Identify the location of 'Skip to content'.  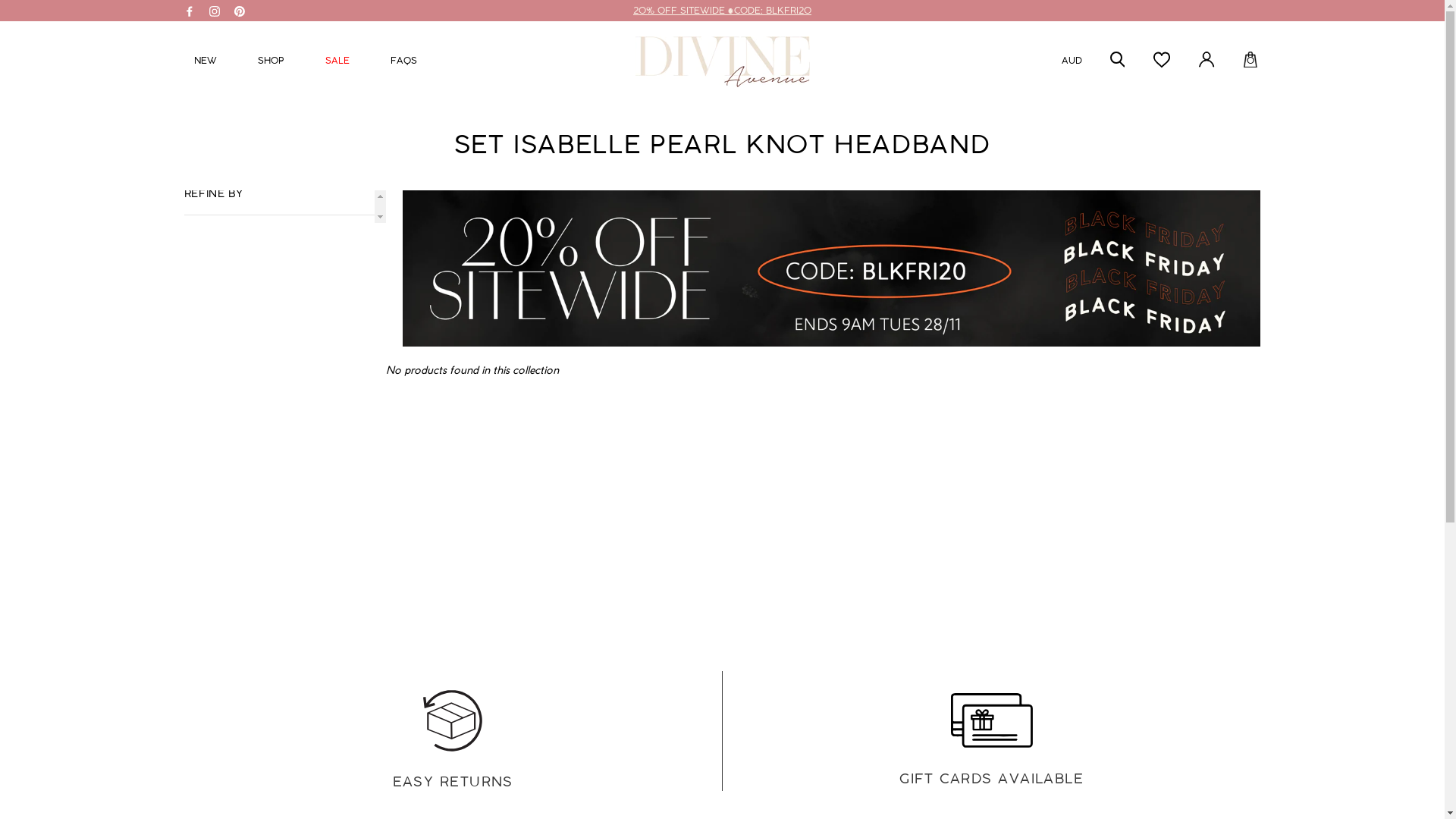
(0, 0).